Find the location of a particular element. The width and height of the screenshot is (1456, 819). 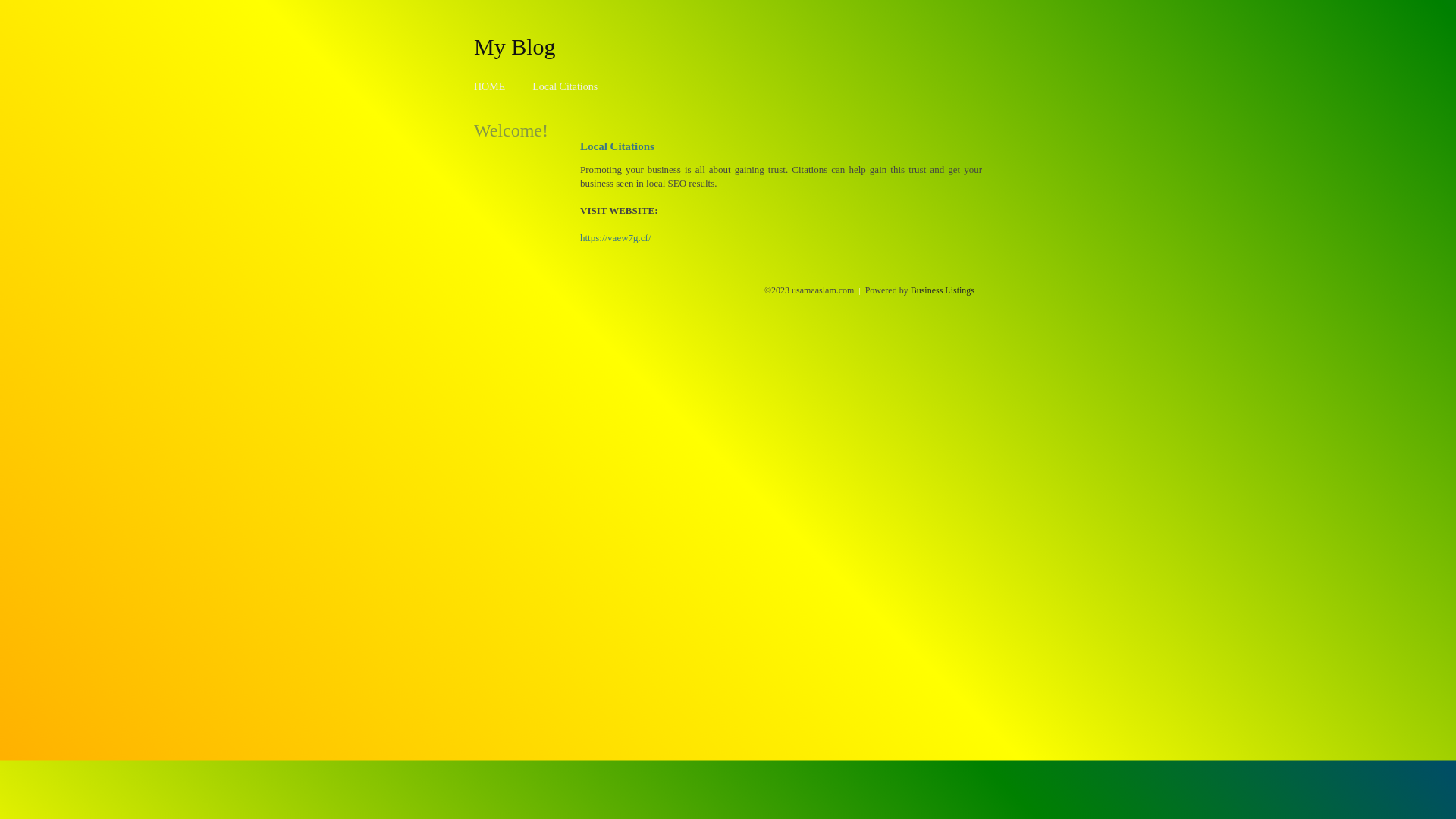

'https://vaew7g.cf/' is located at coordinates (615, 237).